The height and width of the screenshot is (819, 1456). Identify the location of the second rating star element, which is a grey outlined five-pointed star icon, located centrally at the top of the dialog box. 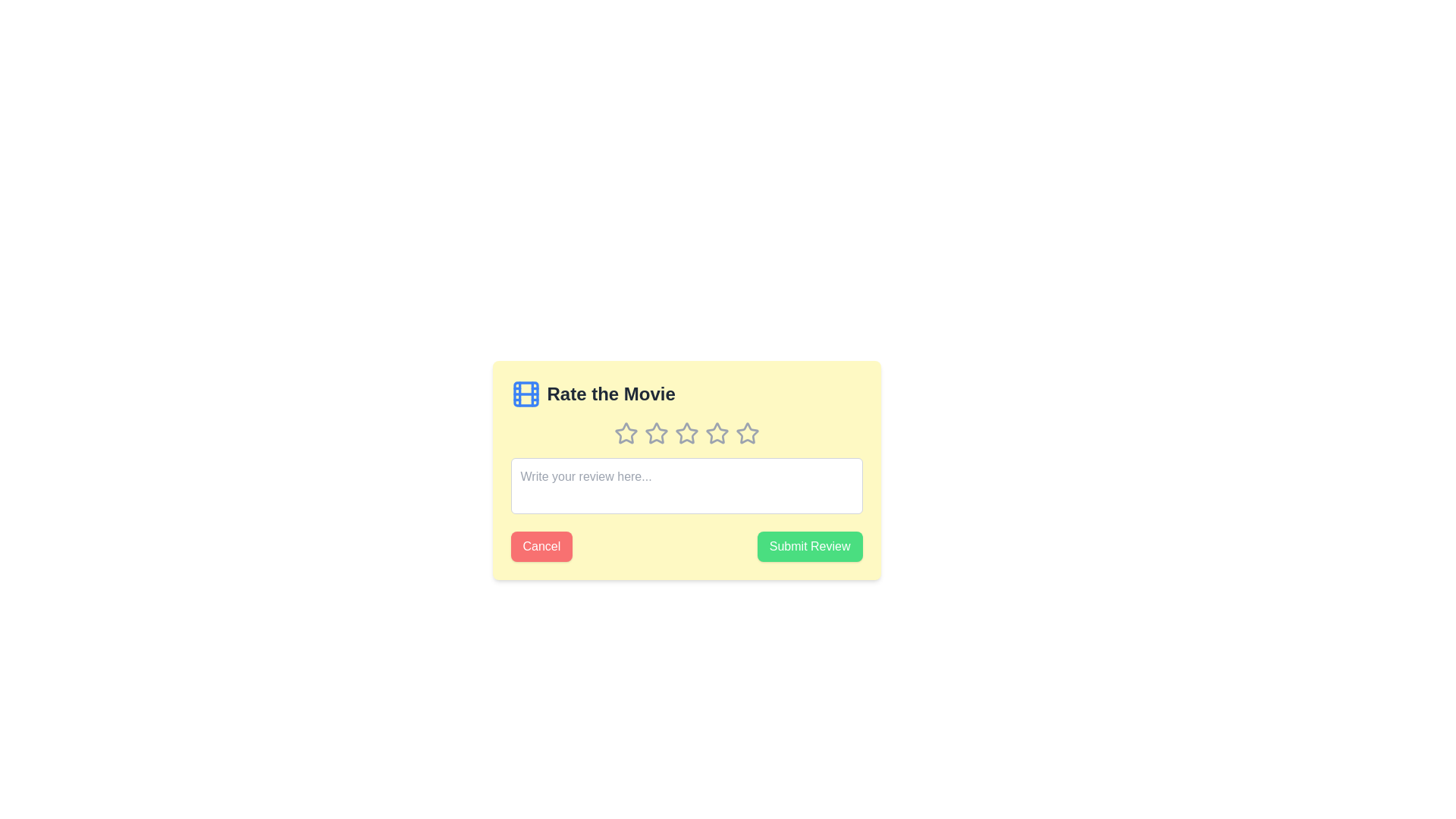
(656, 433).